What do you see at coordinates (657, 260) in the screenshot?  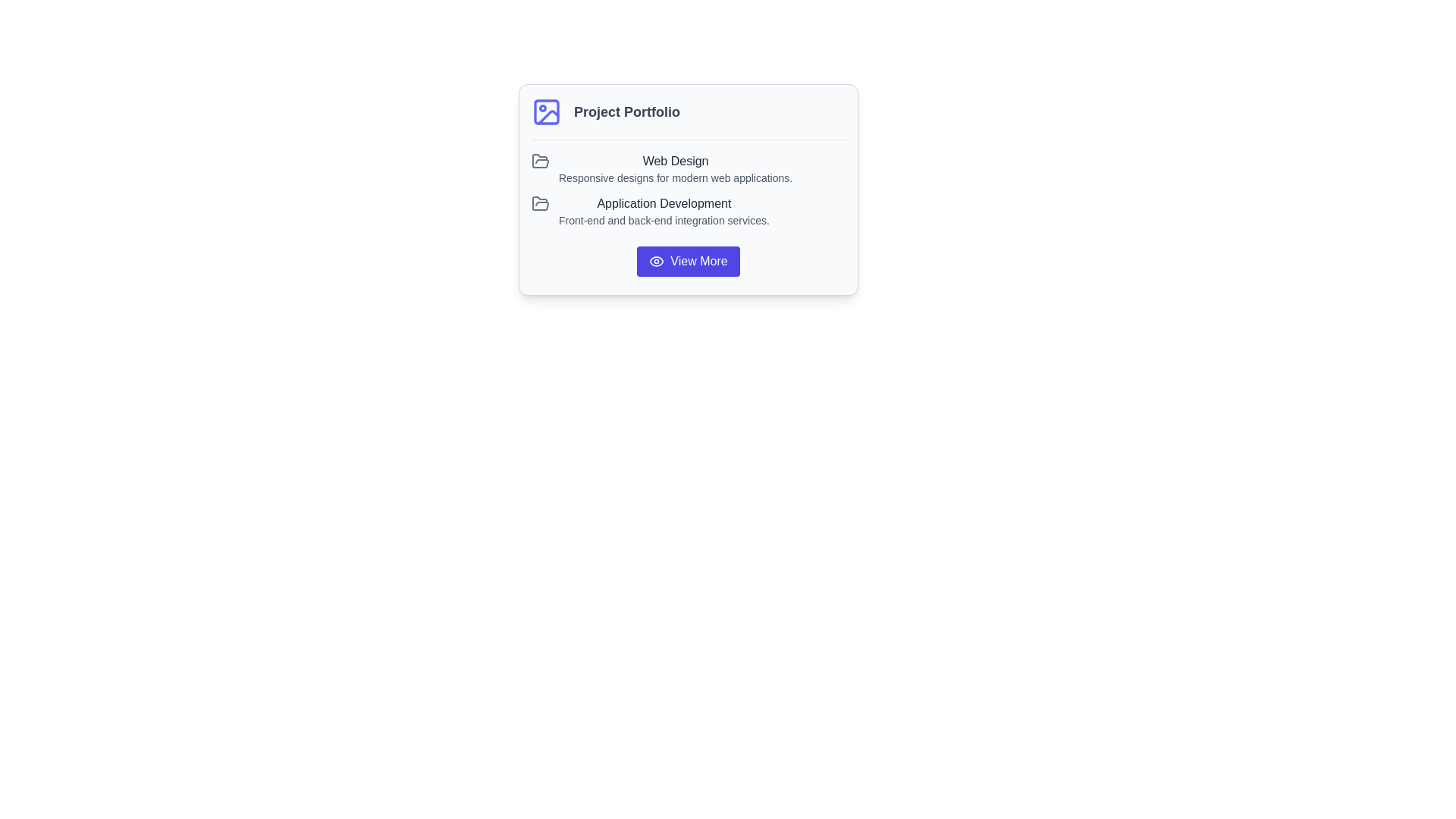 I see `the outline of the eye icon in the SVG component located within the 'Project Portfolio' card element` at bounding box center [657, 260].